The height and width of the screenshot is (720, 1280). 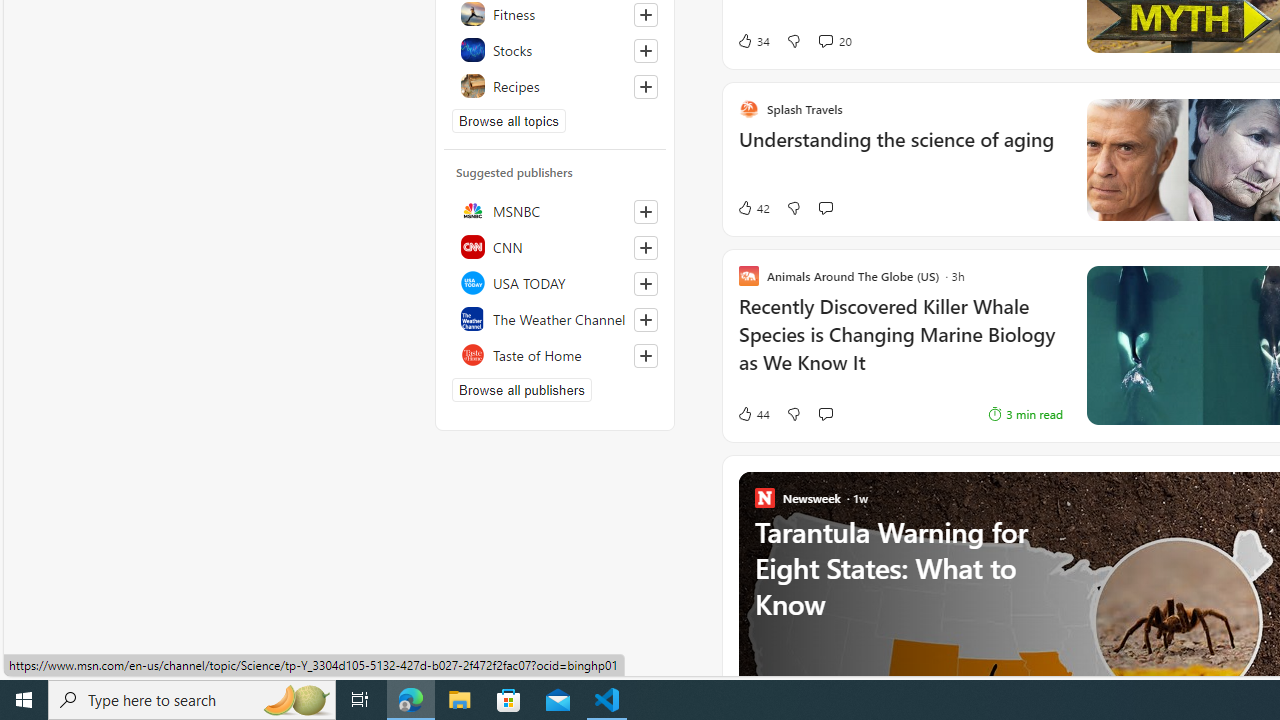 I want to click on 'View comments 20 Comment', so click(x=825, y=41).